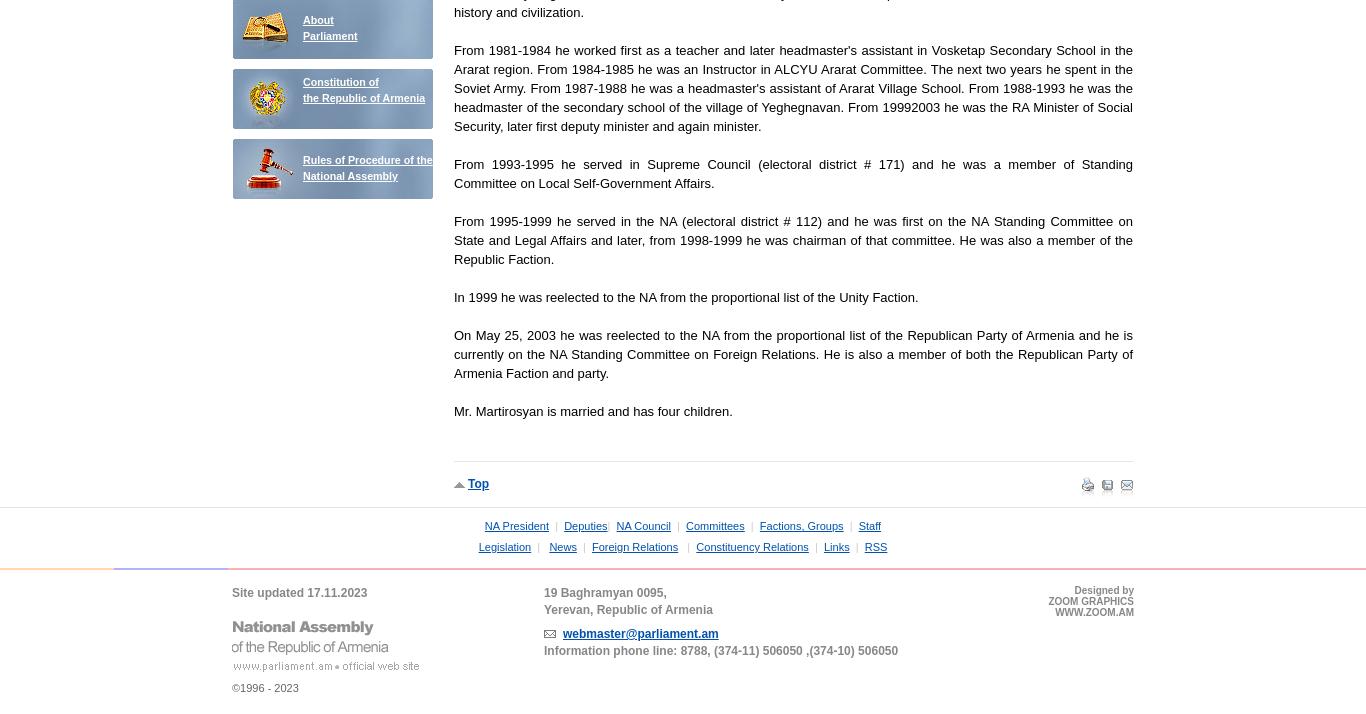 The image size is (1366, 714). I want to click on 'From 1995-1999 he served in the NA (electoral district # 112) and he was first on the NA Standing Committee on State and Legal Affairs and later, from 1998-1999 he was chairman of that committee. He was also a member of the Republic Faction.', so click(793, 239).